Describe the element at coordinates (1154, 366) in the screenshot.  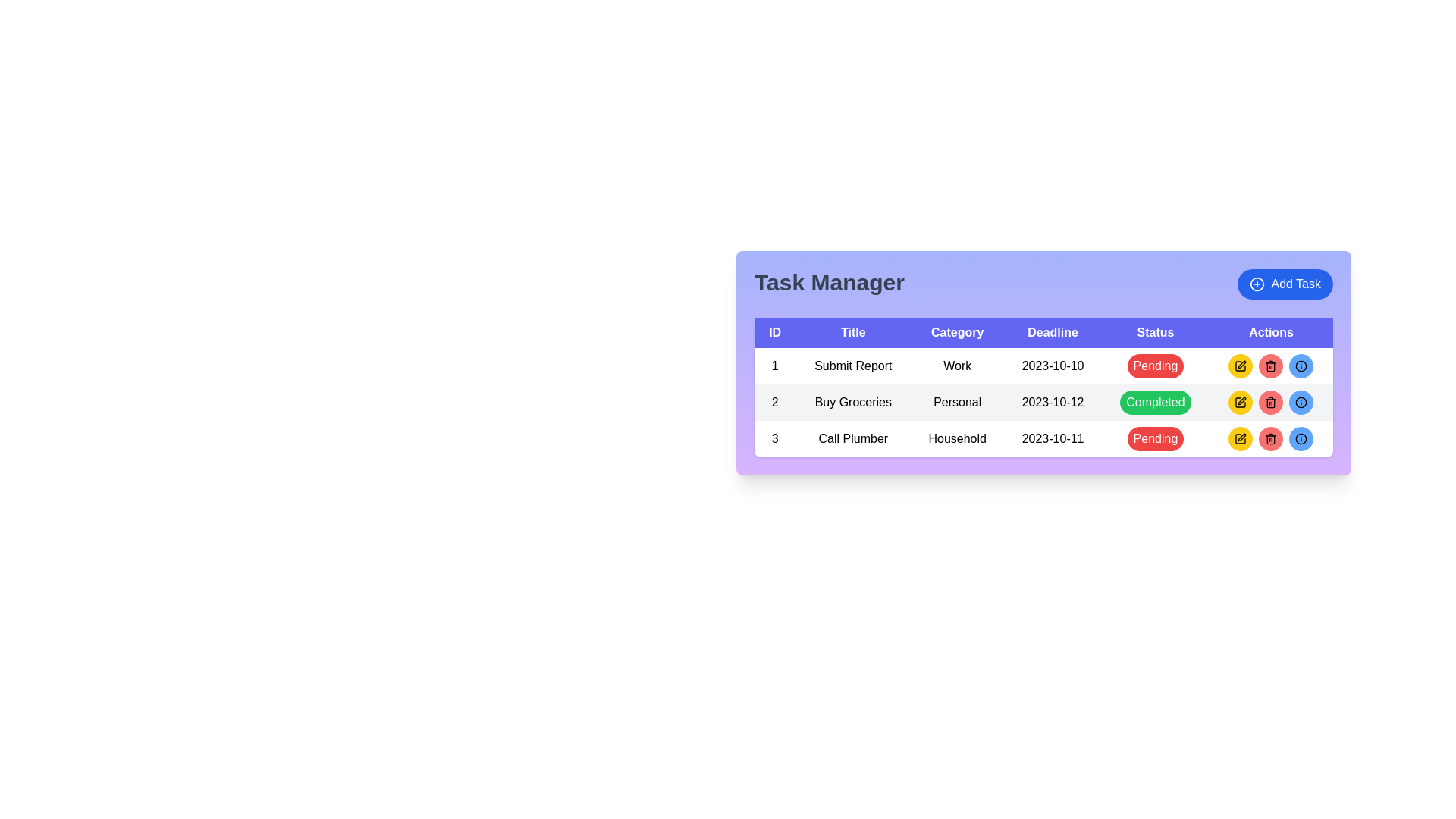
I see `the 'Pending' badge displayed in white on a red background, located in the 'Status' column of the top row of the table for the task titled 'Submit Report'` at that location.